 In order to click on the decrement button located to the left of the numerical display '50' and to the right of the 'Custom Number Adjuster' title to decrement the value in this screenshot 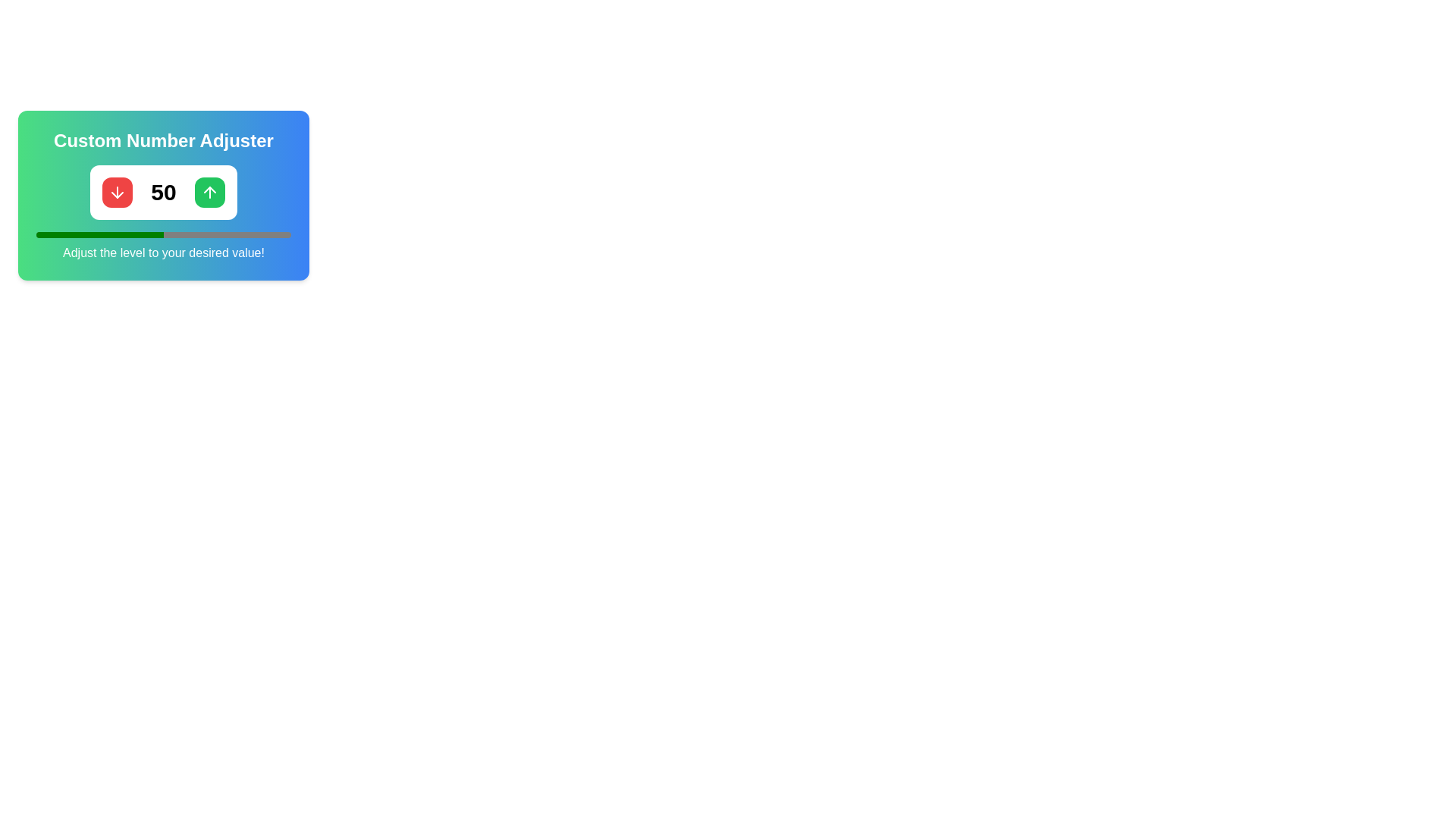, I will do `click(117, 192)`.